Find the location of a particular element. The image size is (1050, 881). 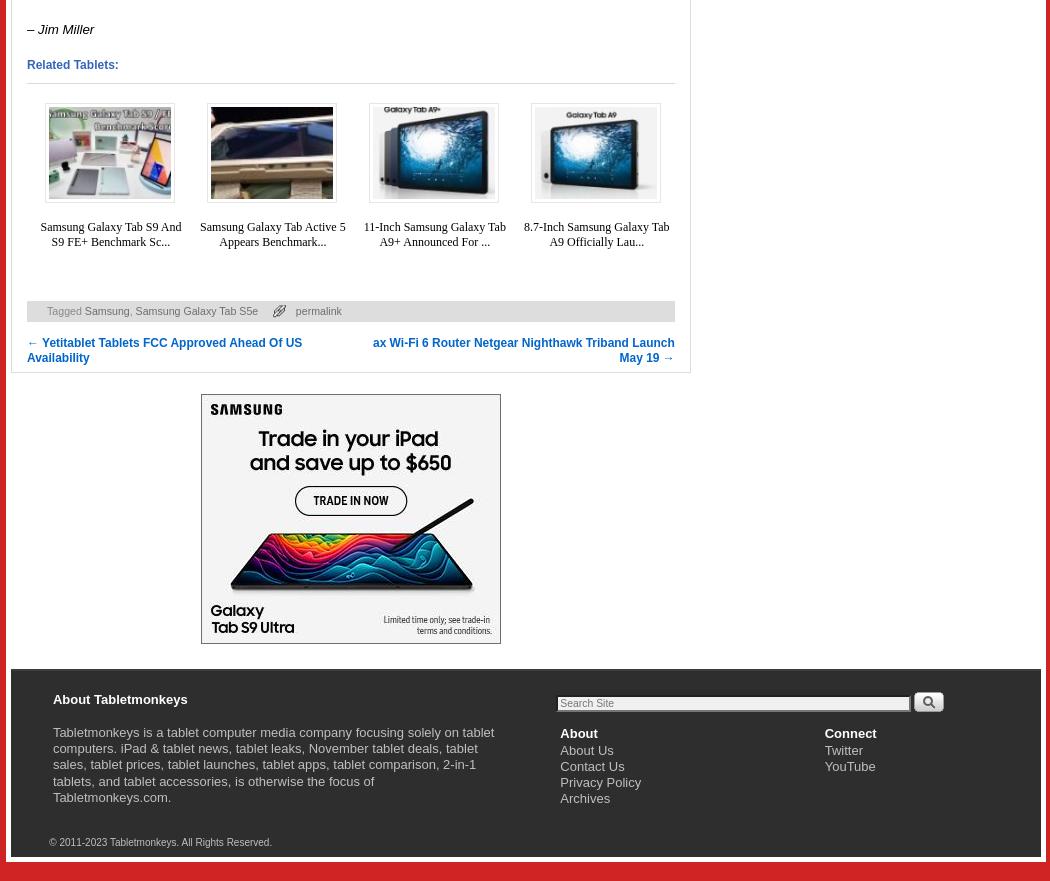

'Tabletmonkeys' is located at coordinates (95, 731).